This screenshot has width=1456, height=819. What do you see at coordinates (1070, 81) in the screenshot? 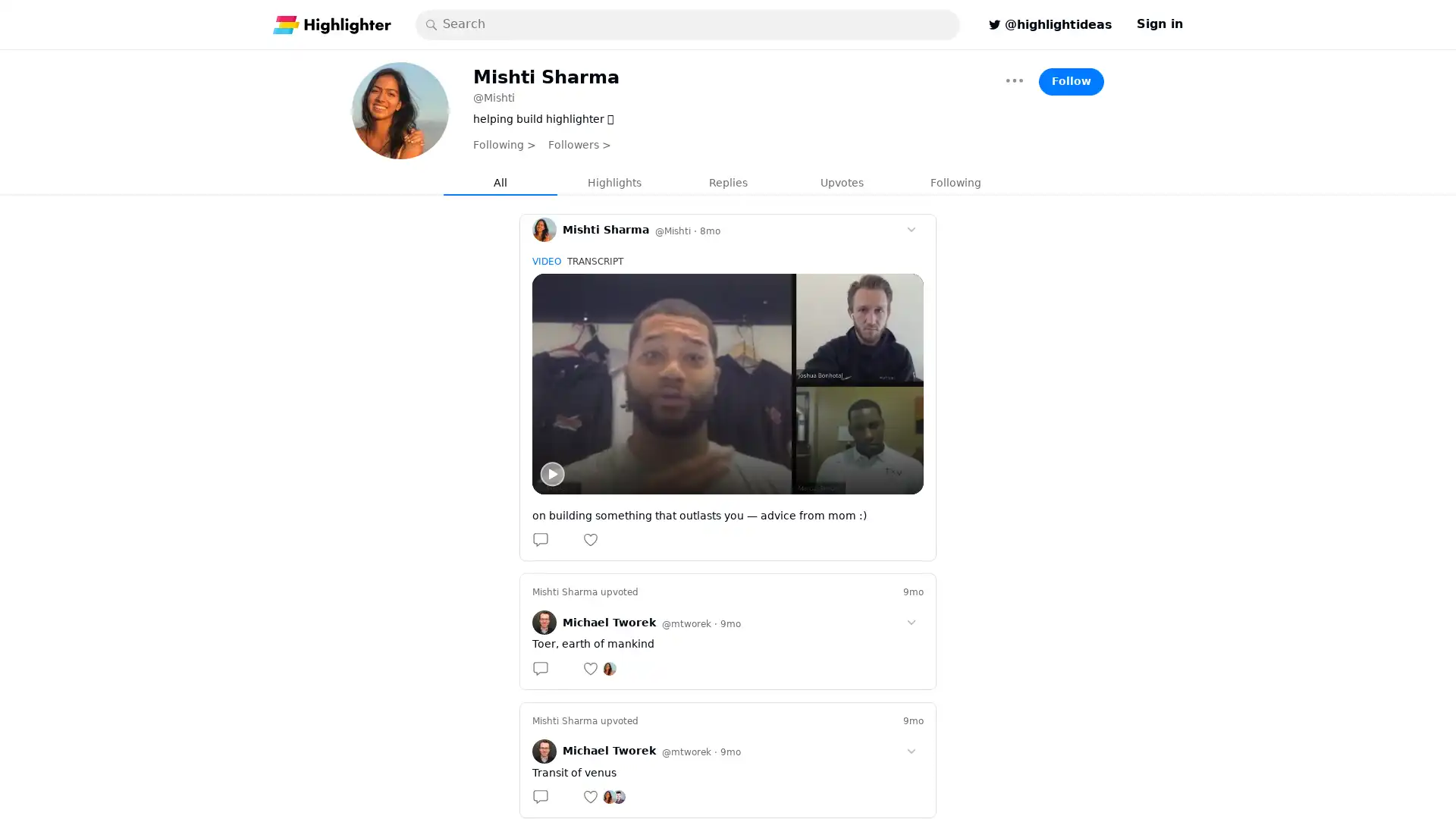
I see `Follow` at bounding box center [1070, 81].